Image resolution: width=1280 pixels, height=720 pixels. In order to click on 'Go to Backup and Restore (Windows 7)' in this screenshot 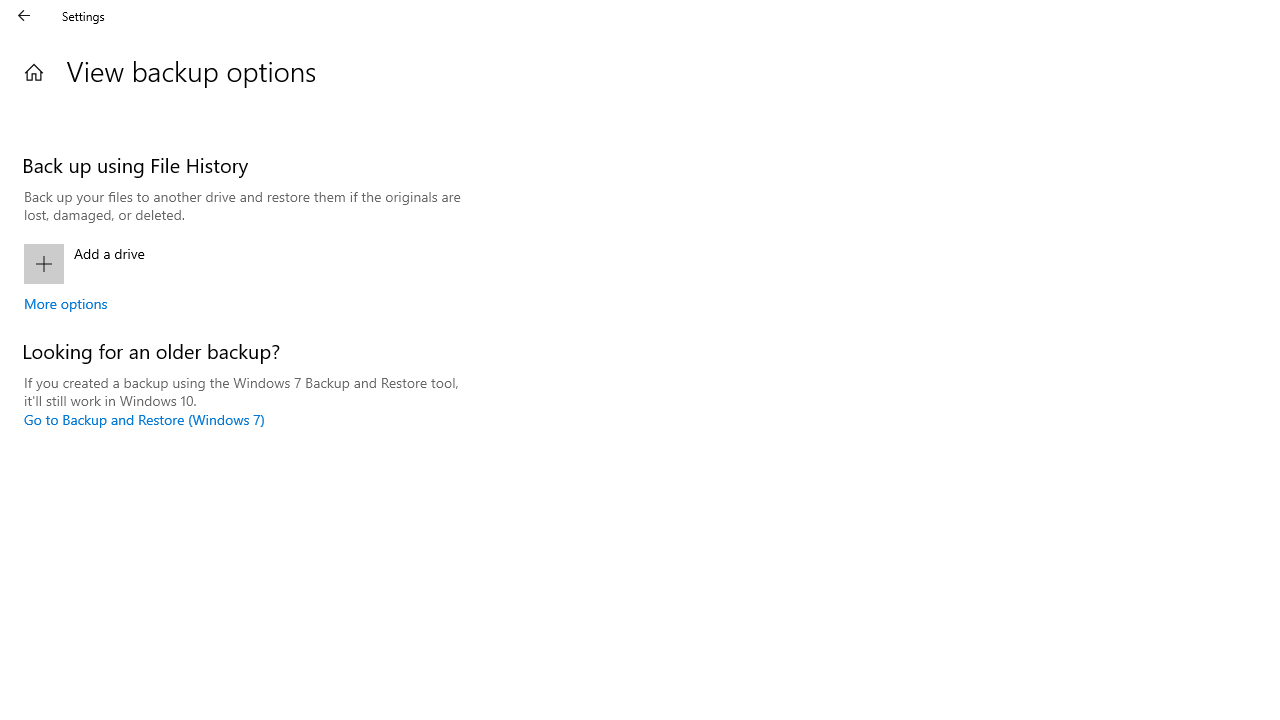, I will do `click(143, 418)`.